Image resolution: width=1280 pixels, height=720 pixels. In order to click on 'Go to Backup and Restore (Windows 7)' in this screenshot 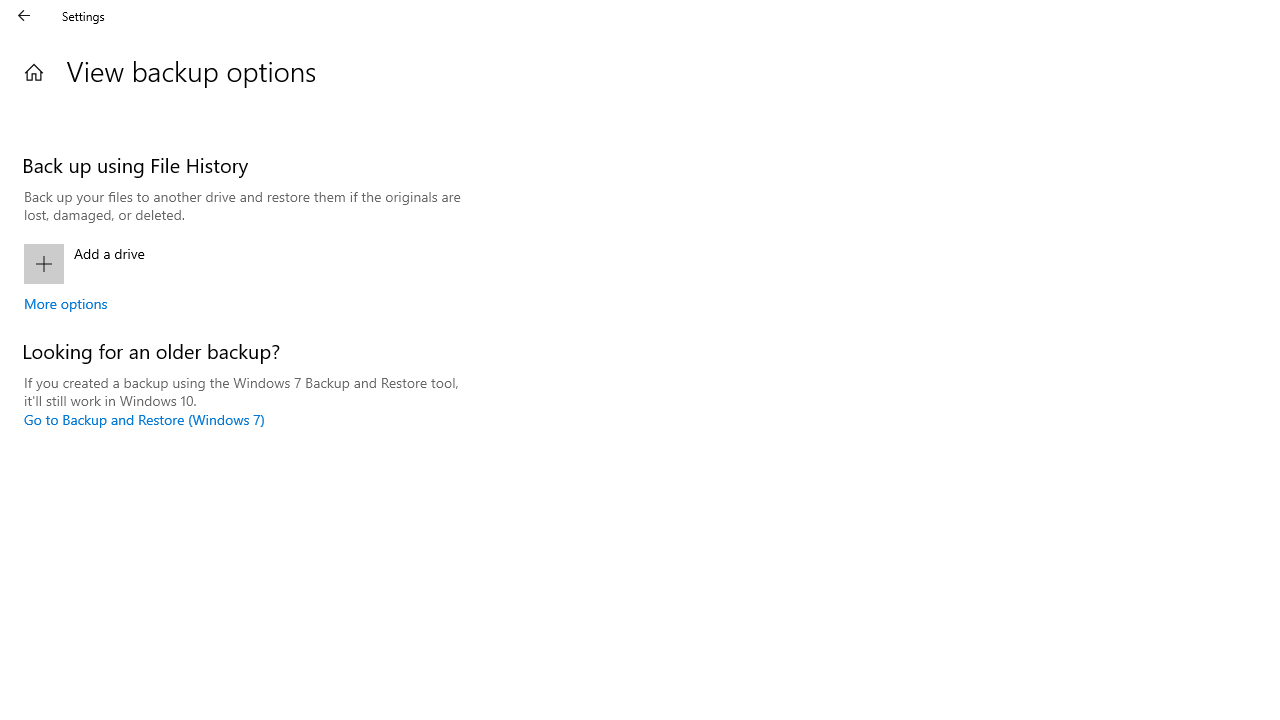, I will do `click(143, 418)`.